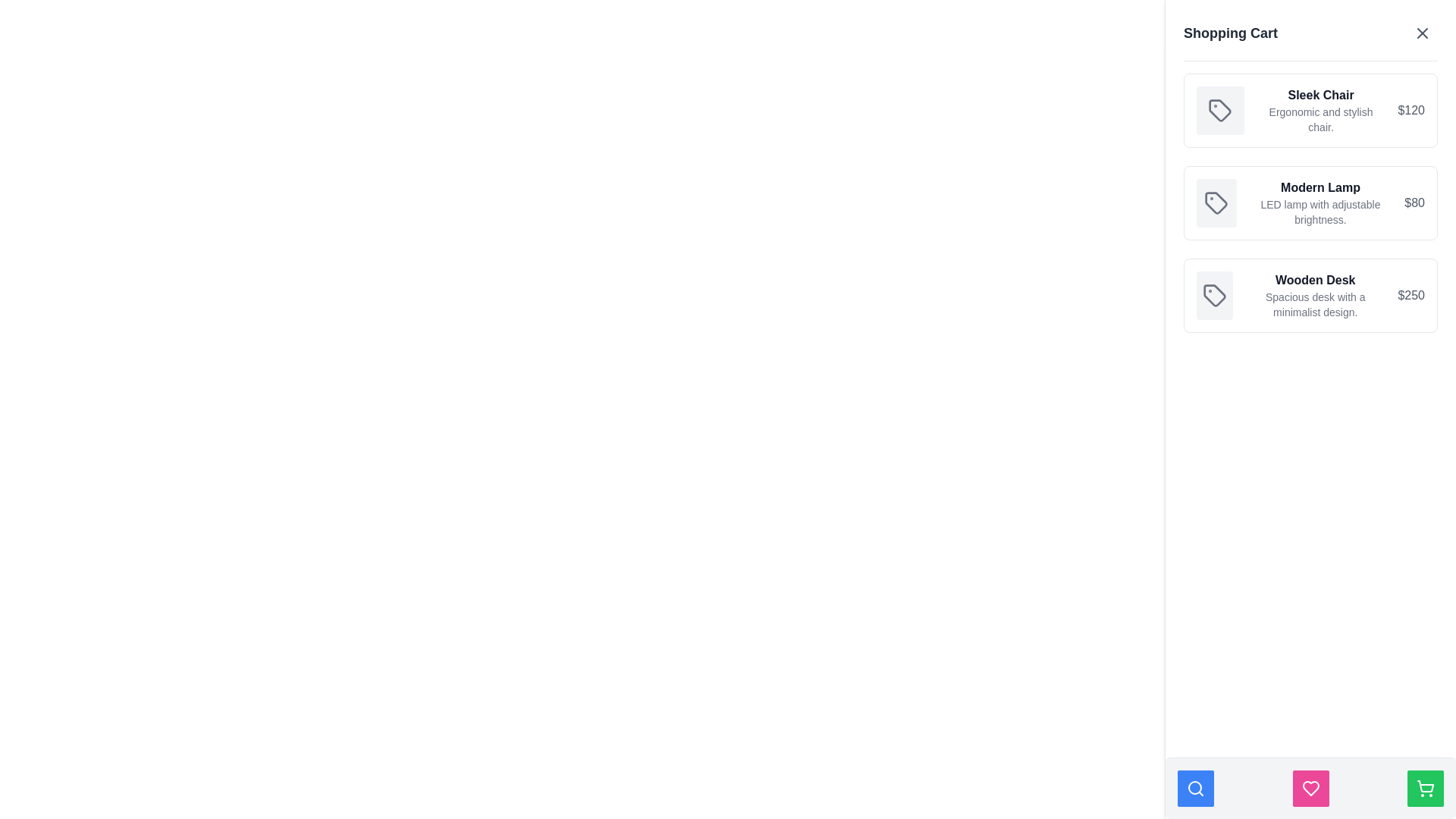  I want to click on details of the product displayed in the second list item of the 'Shopping Cart', which shows information about the 'Modern Lamp', so click(1310, 202).